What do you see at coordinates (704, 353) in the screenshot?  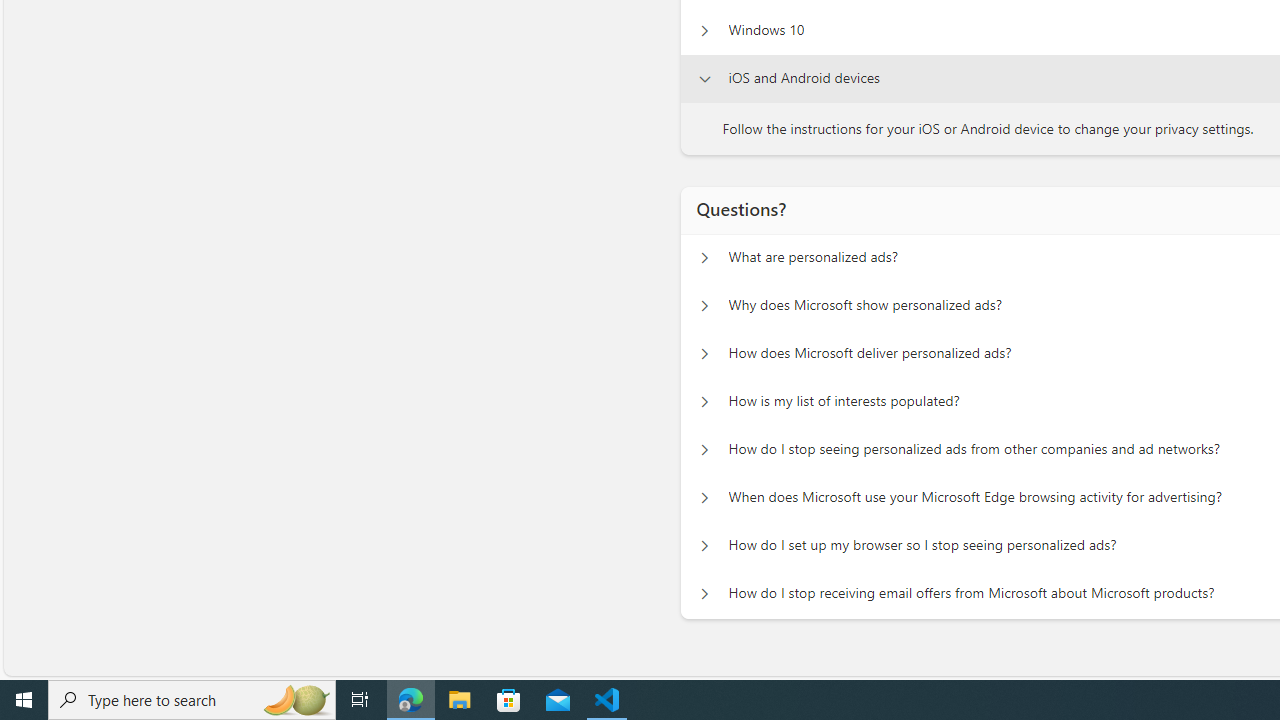 I see `'Questions? How does Microsoft deliver personalized ads?'` at bounding box center [704, 353].